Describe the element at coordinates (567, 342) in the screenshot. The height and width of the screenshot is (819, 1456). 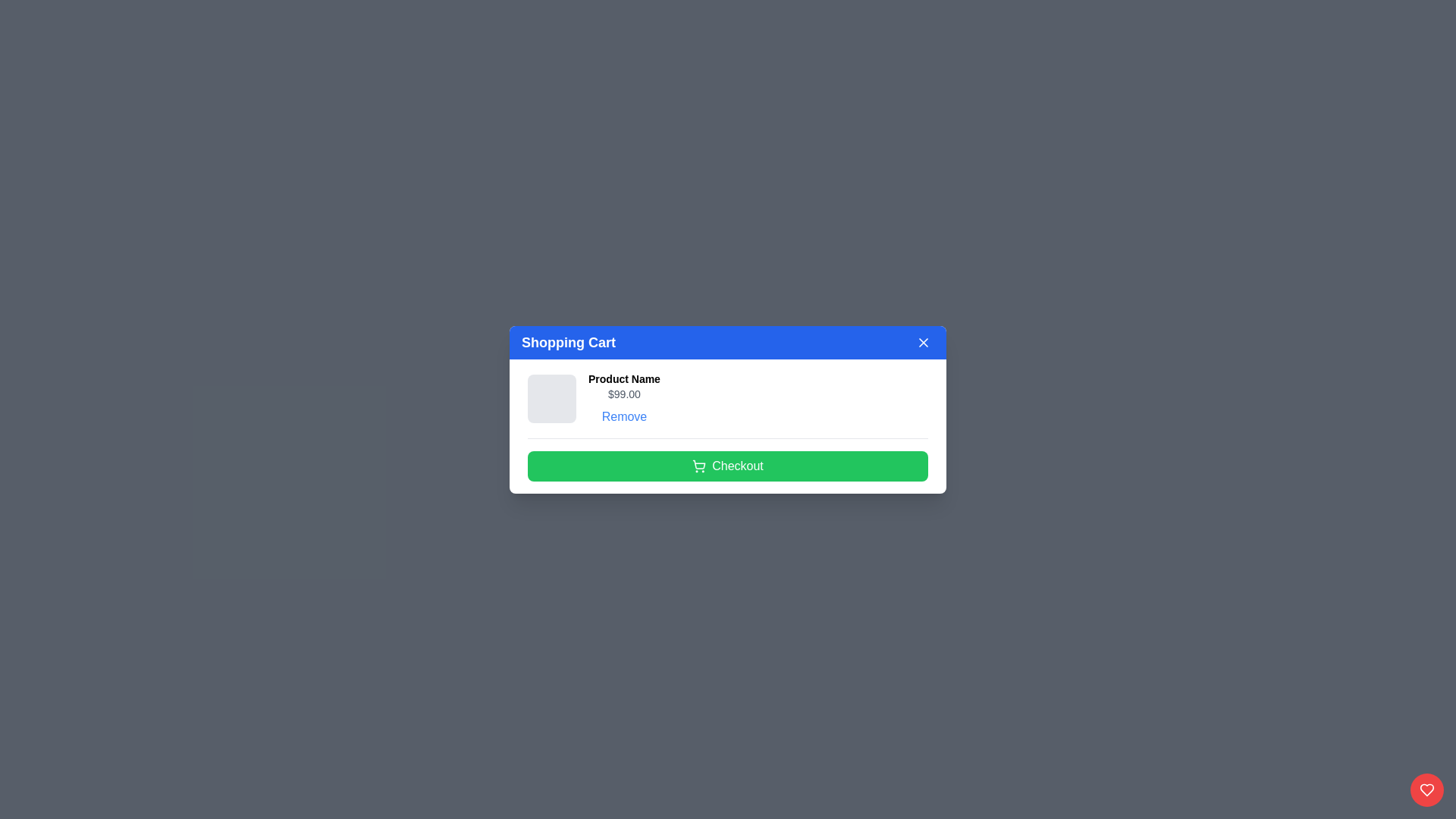
I see `the 'Shopping Cart' text label, which is a bold, medium-sized text located in the center-left of the blue header bar of a shopping cart popup` at that location.